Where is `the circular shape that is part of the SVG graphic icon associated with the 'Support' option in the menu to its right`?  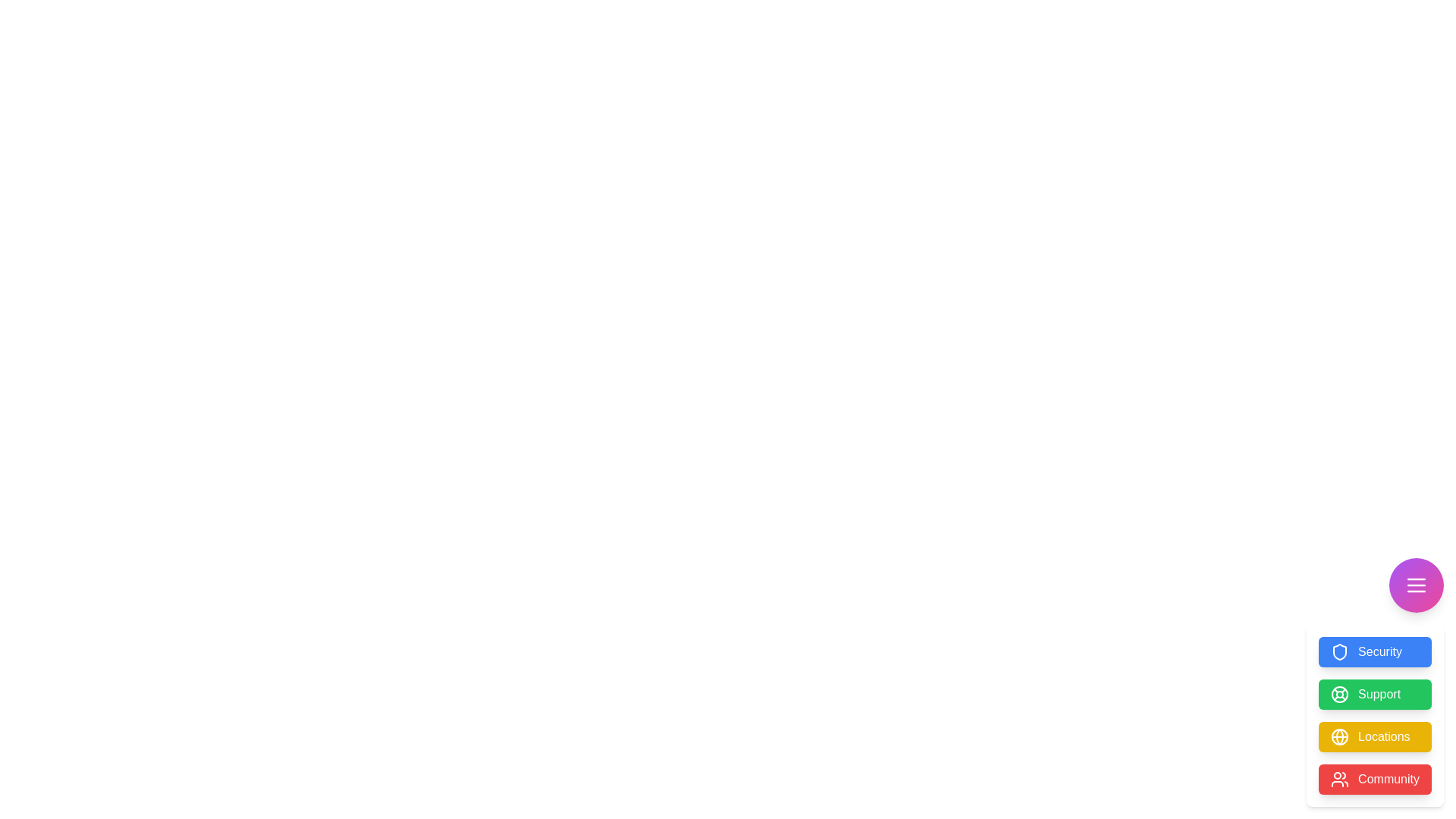 the circular shape that is part of the SVG graphic icon associated with the 'Support' option in the menu to its right is located at coordinates (1340, 694).